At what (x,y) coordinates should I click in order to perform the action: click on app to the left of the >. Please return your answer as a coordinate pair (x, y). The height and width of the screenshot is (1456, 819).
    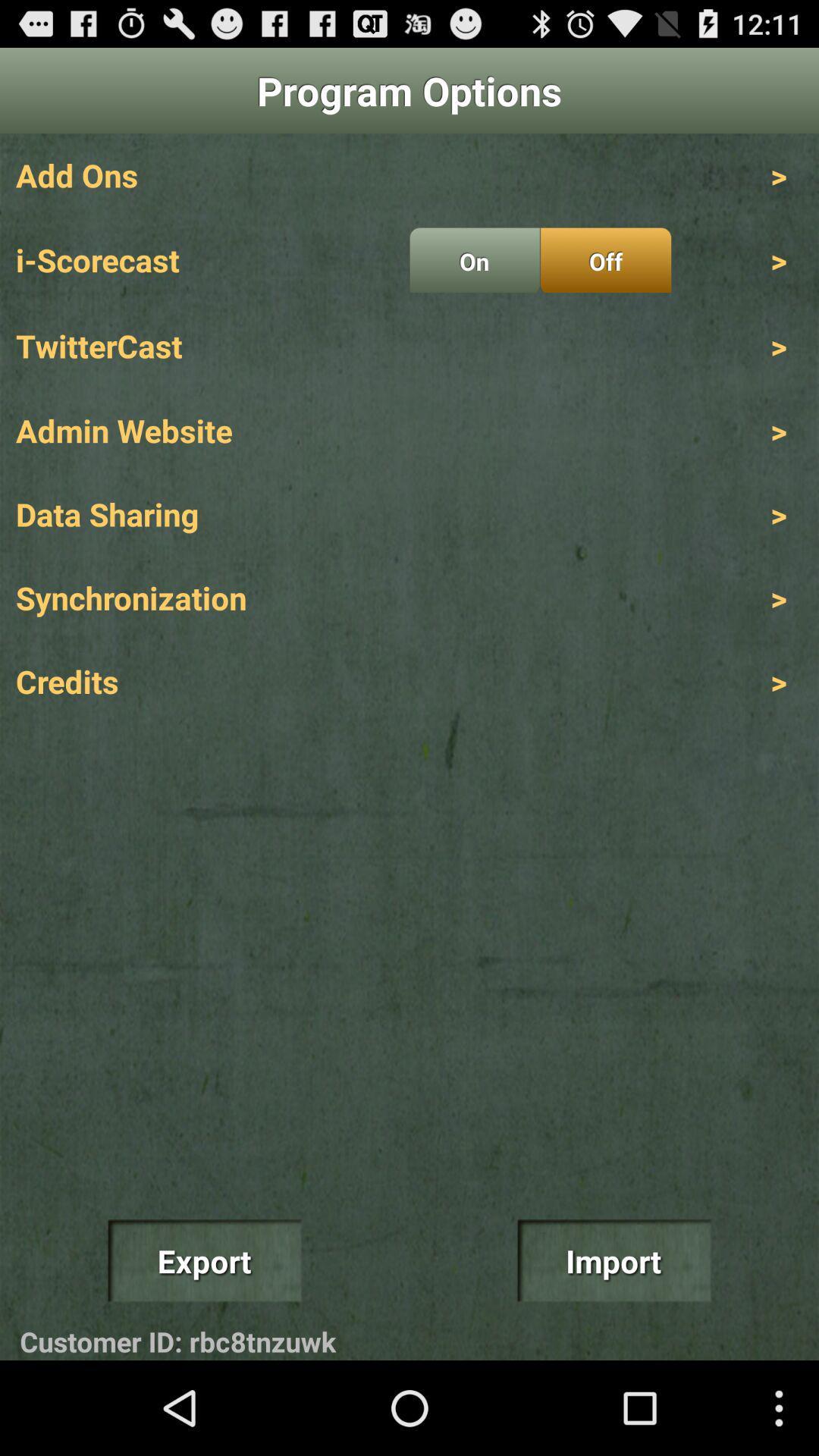
    Looking at the image, I should click on (605, 260).